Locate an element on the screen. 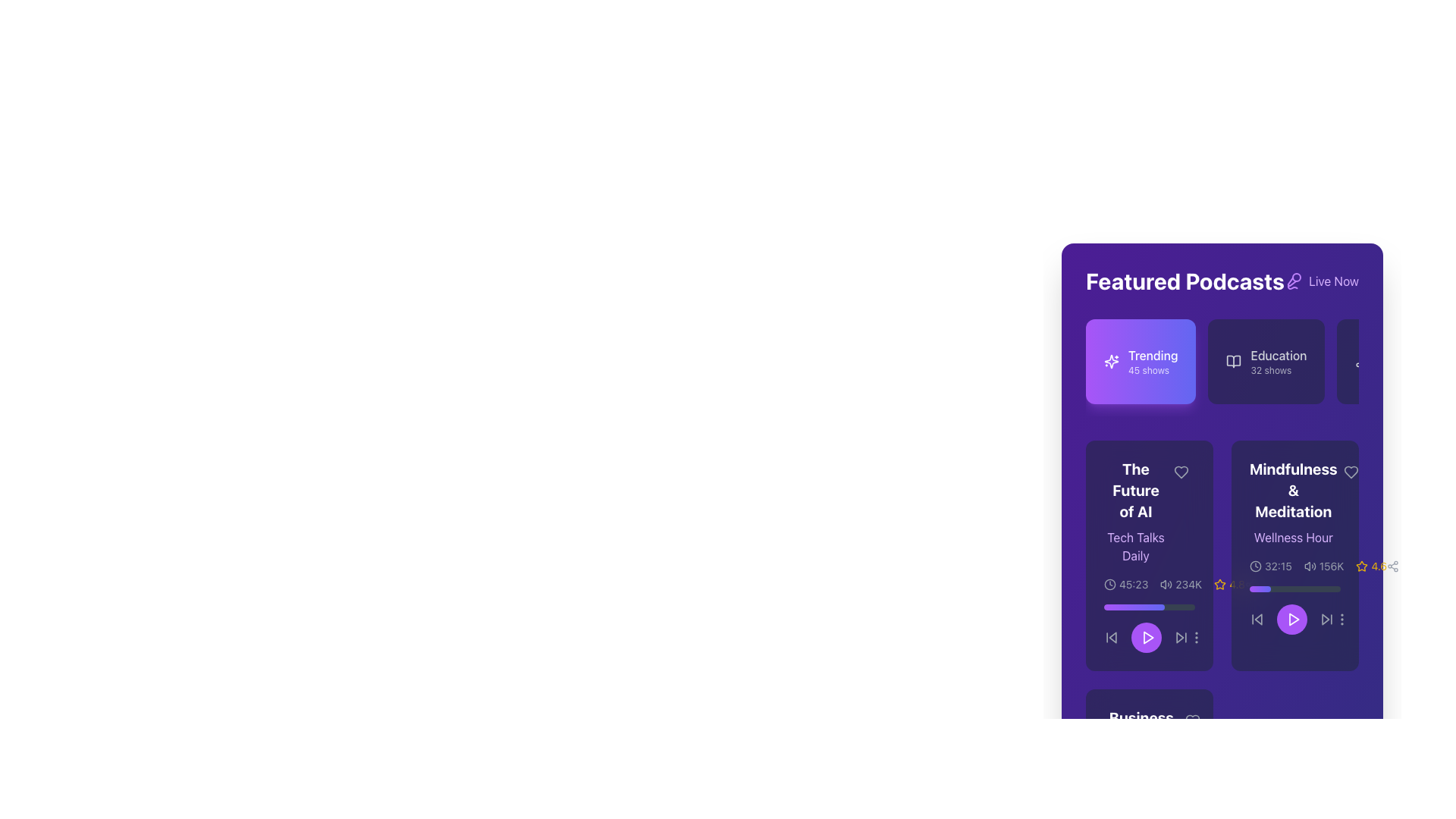 This screenshot has width=1456, height=819. the rating indicator, which is a hollow star icon with a yellow outline and a numerical rating of '4.8', located at the bottom of the 'Mindfulness & Meditation' box, to the right of the play button is located at coordinates (1229, 584).